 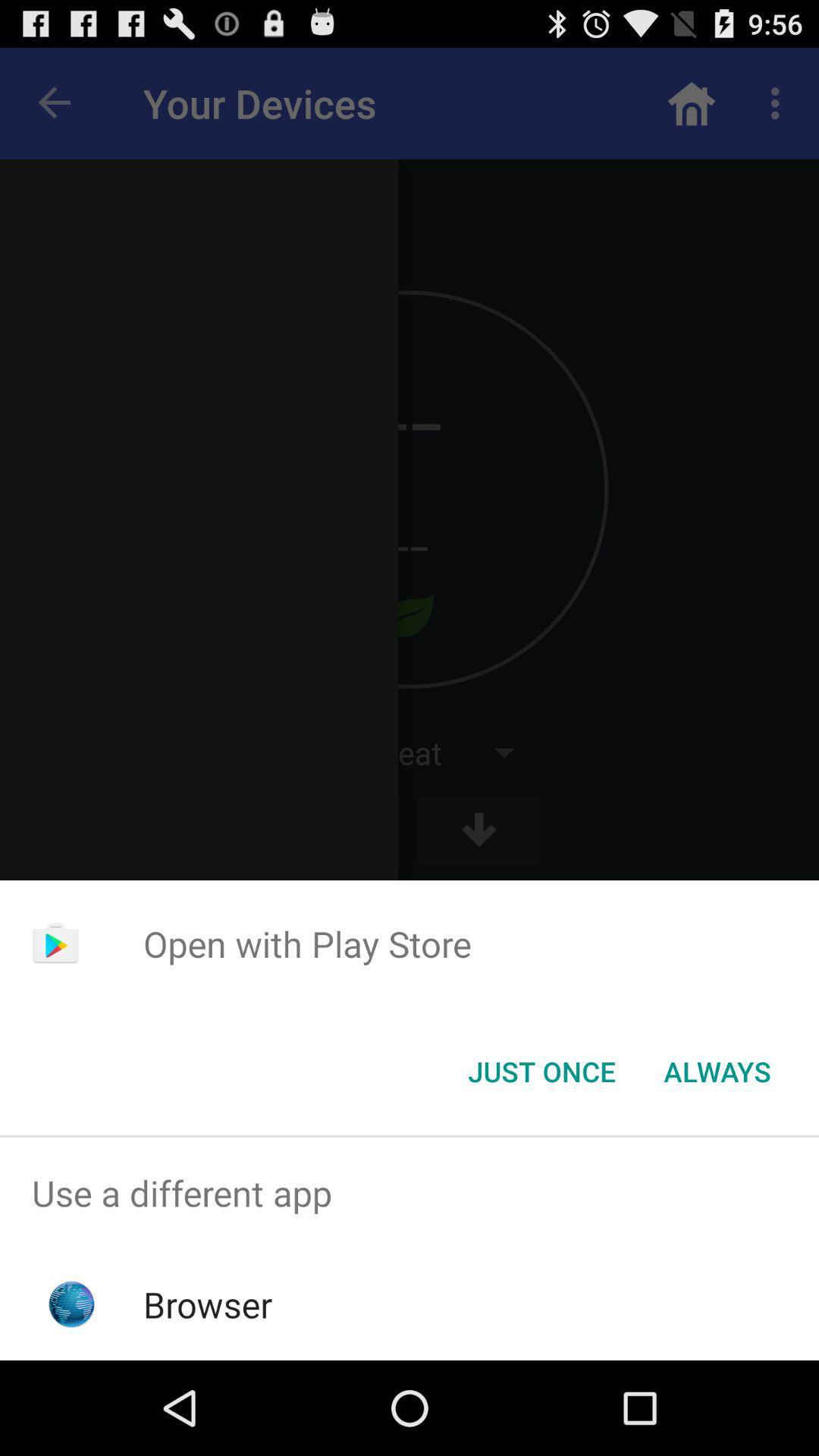 I want to click on the item at the bottom right corner, so click(x=717, y=1070).